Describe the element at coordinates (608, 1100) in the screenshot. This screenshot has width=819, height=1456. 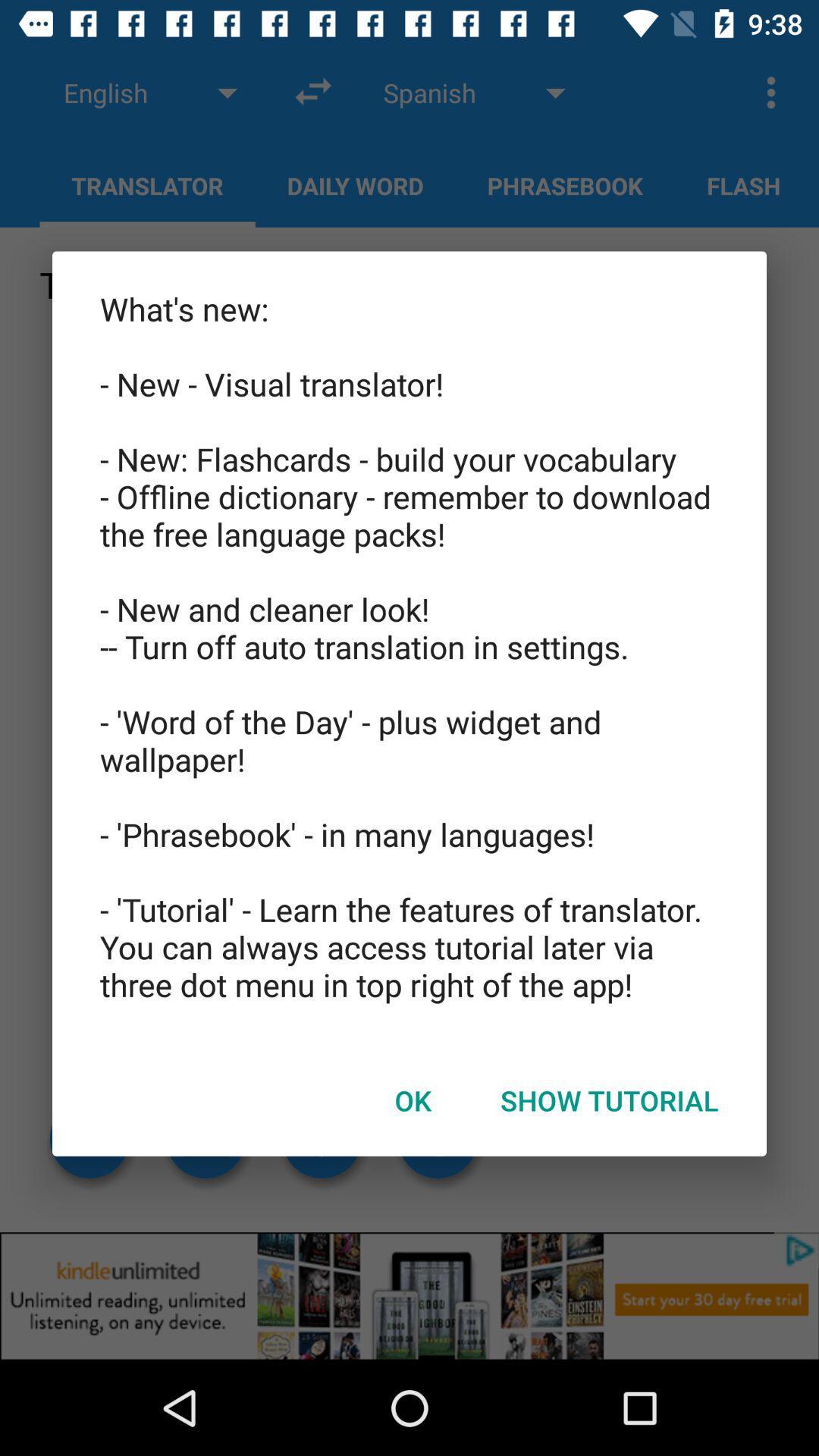
I see `the item to the right of the ok icon` at that location.